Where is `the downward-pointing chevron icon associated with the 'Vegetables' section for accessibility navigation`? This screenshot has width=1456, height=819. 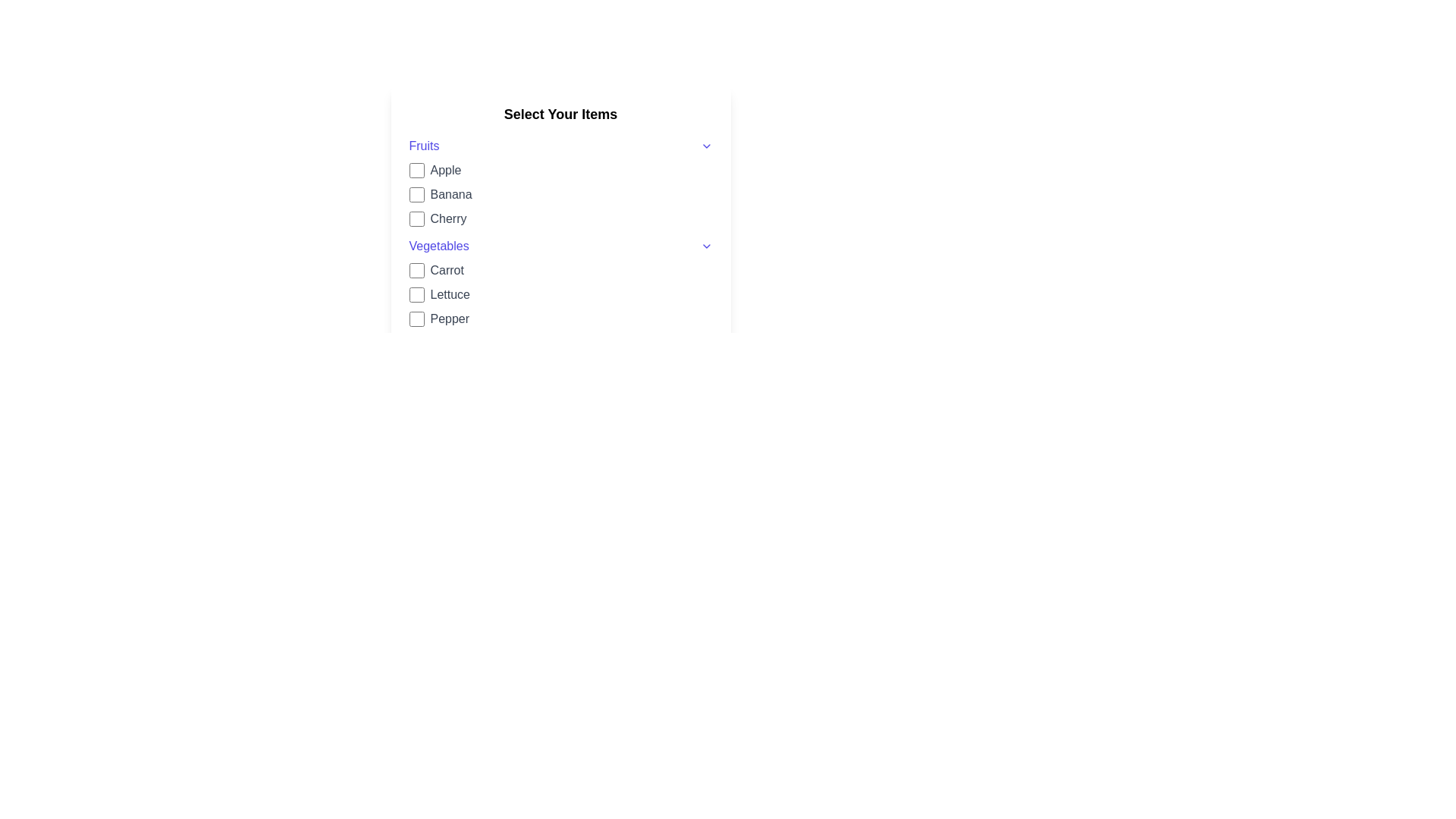
the downward-pointing chevron icon associated with the 'Vegetables' section for accessibility navigation is located at coordinates (705, 245).